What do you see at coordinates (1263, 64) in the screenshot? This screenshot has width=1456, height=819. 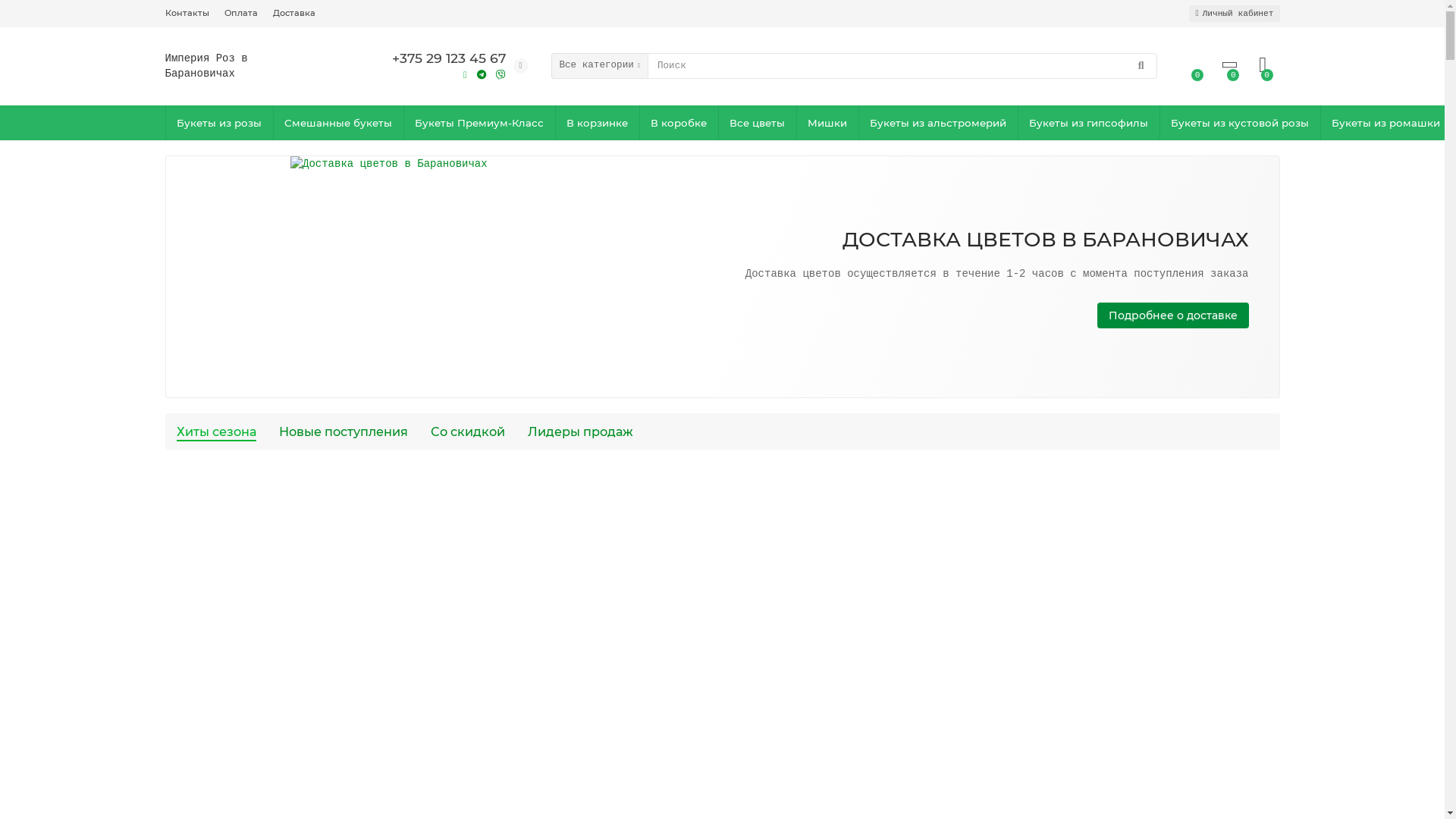 I see `'0'` at bounding box center [1263, 64].